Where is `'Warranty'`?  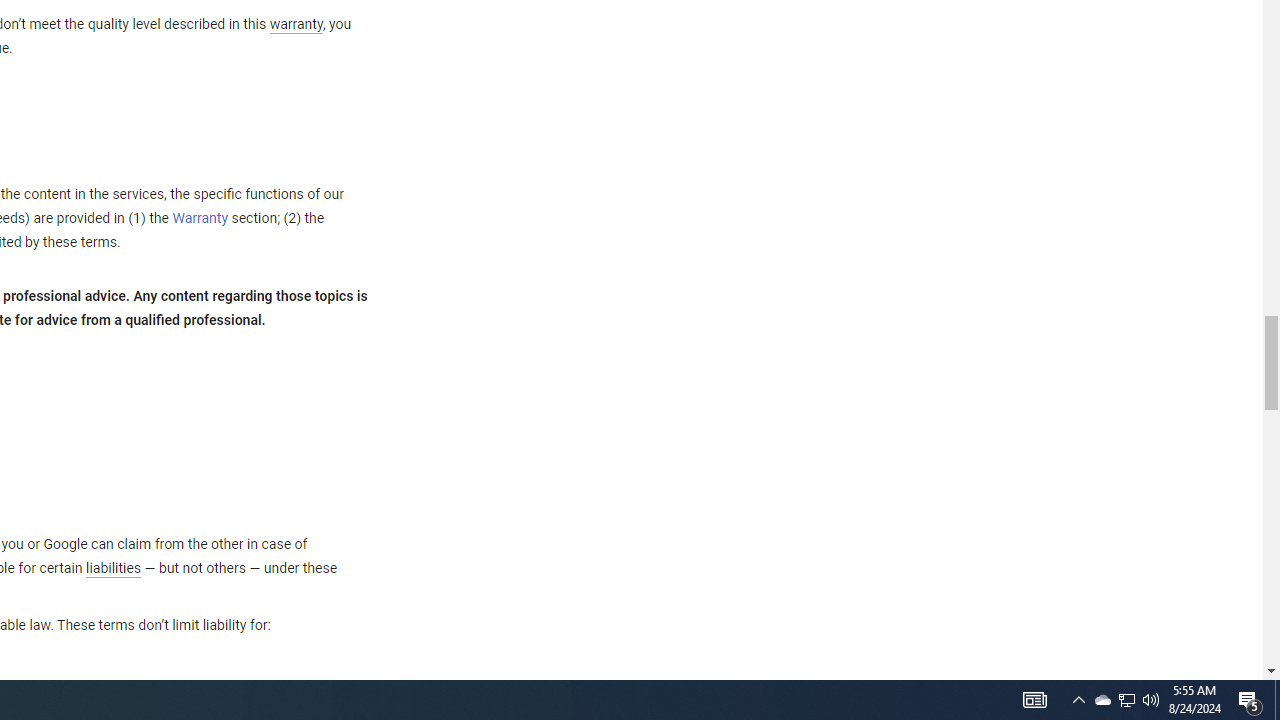 'Warranty' is located at coordinates (200, 219).